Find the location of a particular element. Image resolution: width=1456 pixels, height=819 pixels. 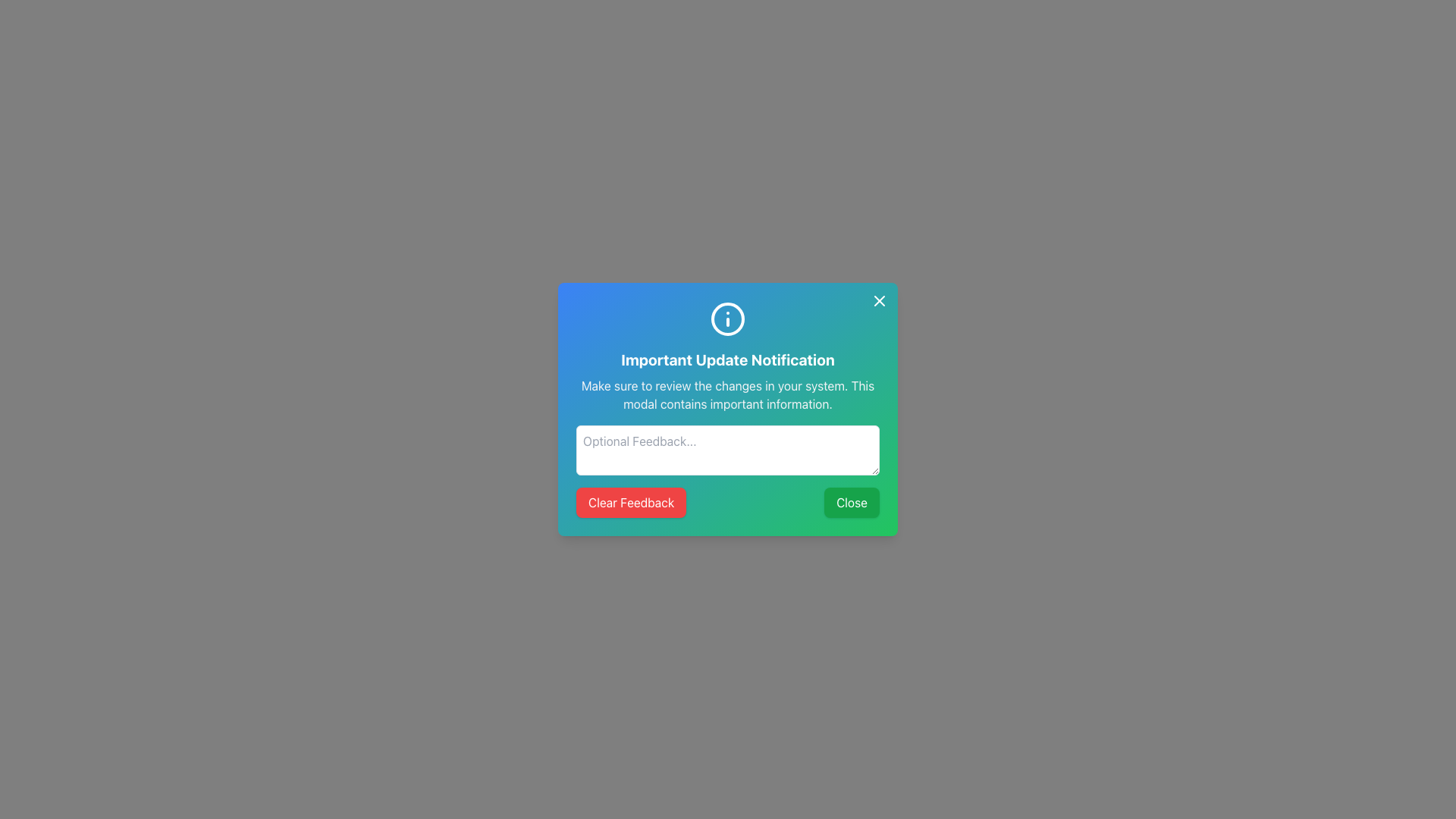

the button represented by an 'X' icon in the top-right corner of the modal dialog to trigger the hover transition effect is located at coordinates (880, 301).